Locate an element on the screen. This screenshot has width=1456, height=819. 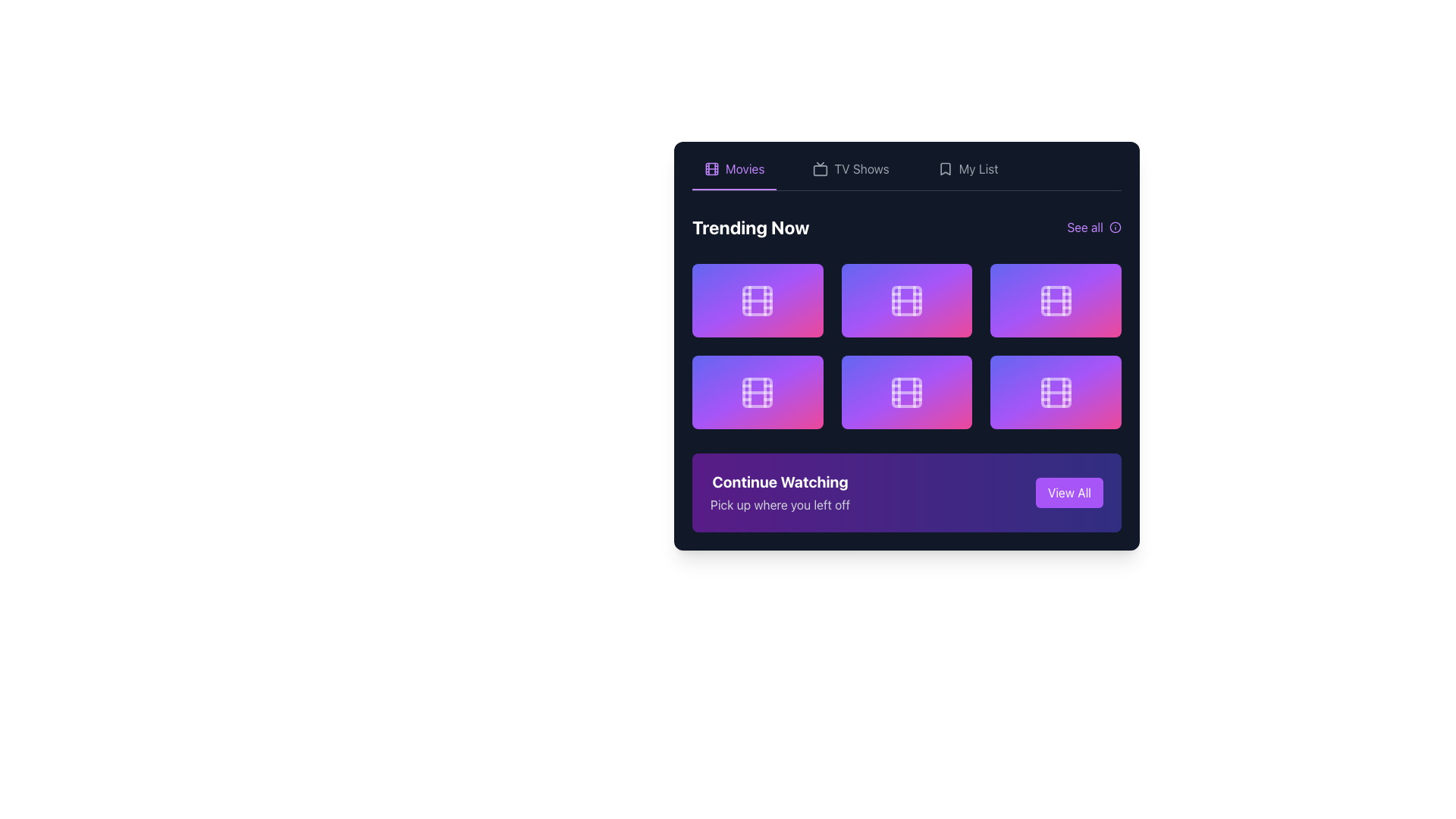
the sixth rectangular icon with rounded corners located in the bottom-right corner of the 'Trending Now' grid is located at coordinates (1055, 300).